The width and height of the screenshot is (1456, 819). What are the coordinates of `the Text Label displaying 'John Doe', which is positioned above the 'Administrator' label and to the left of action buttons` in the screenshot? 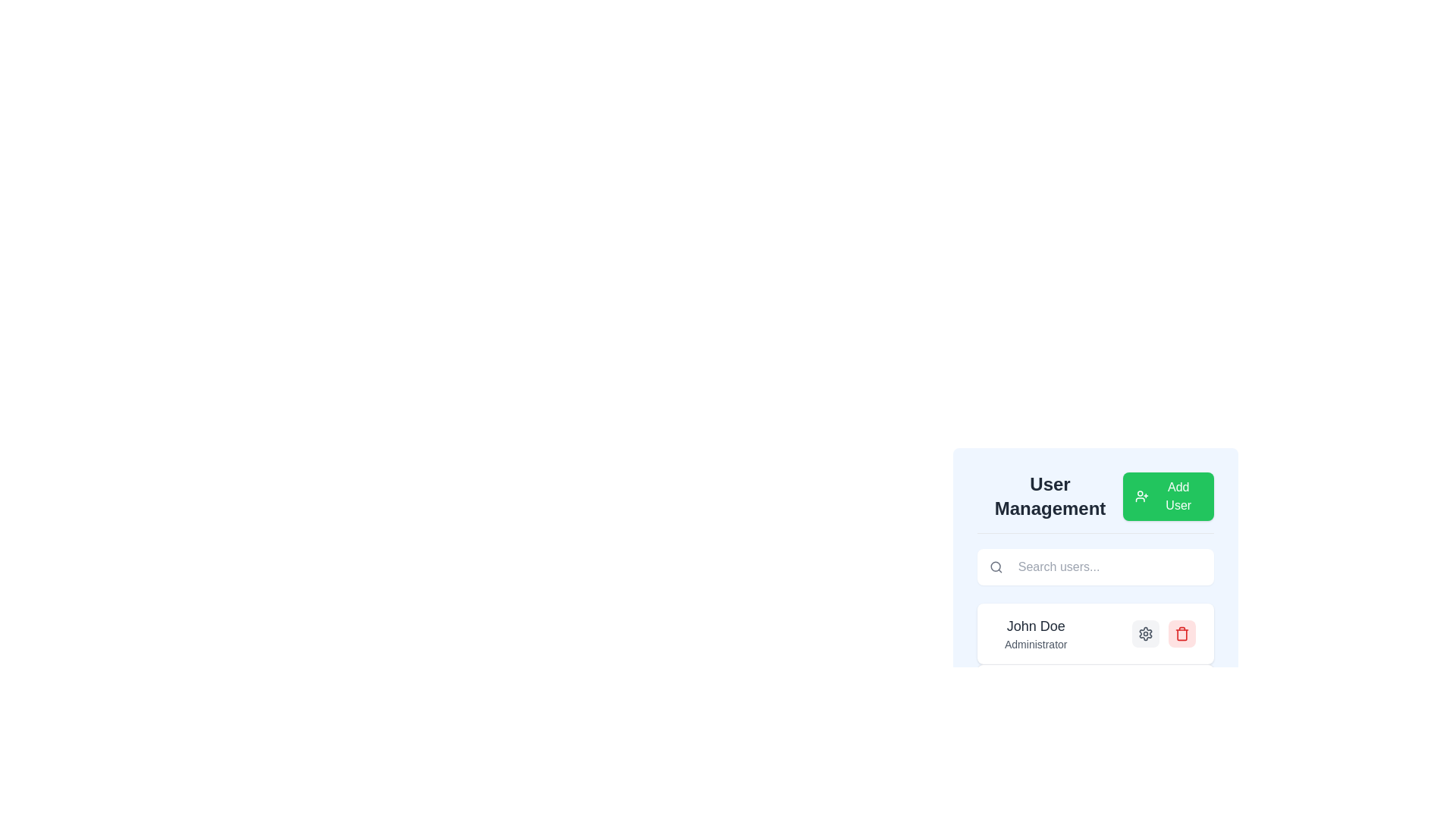 It's located at (1035, 626).